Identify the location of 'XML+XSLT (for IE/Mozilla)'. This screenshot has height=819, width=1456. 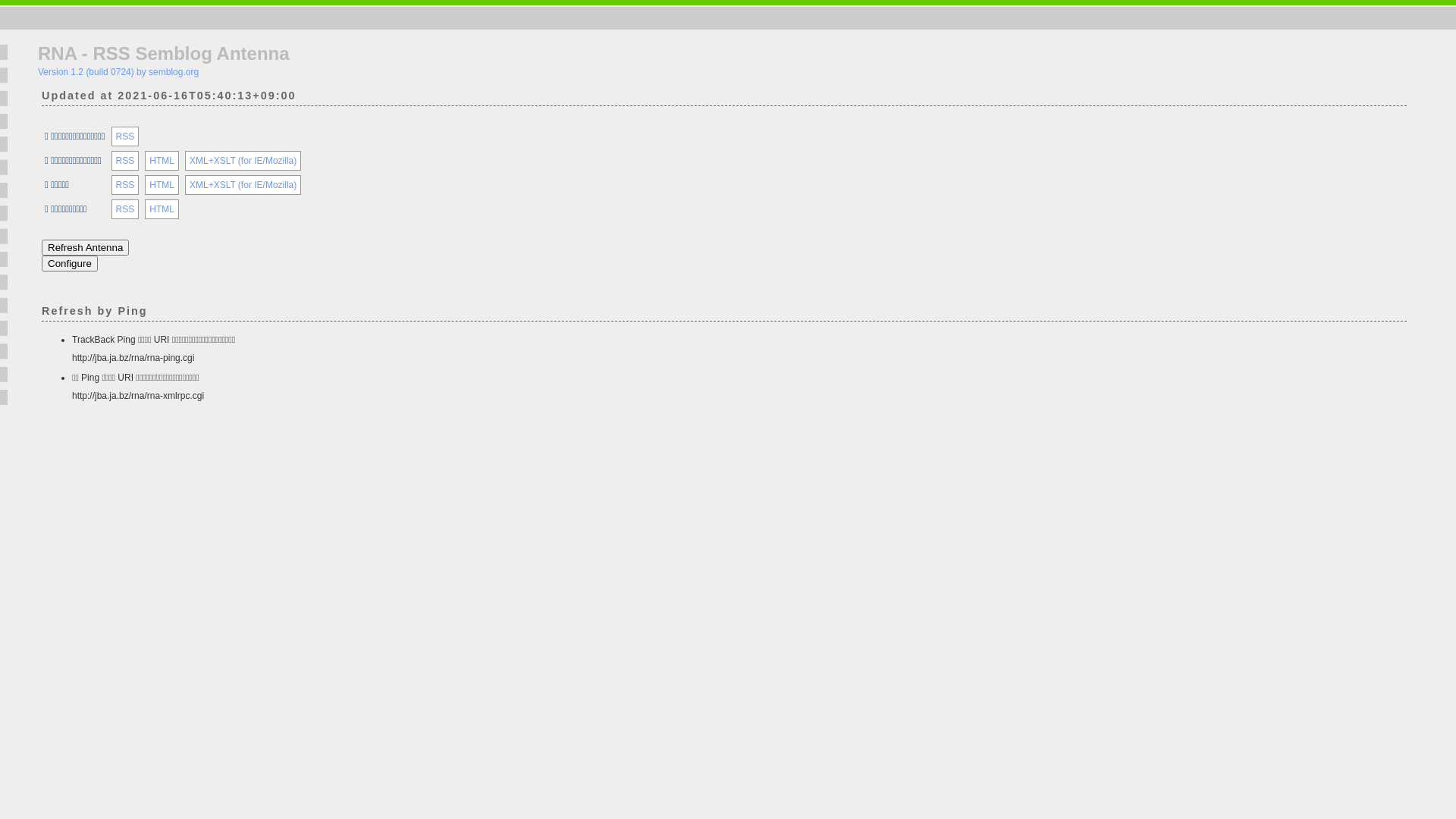
(243, 184).